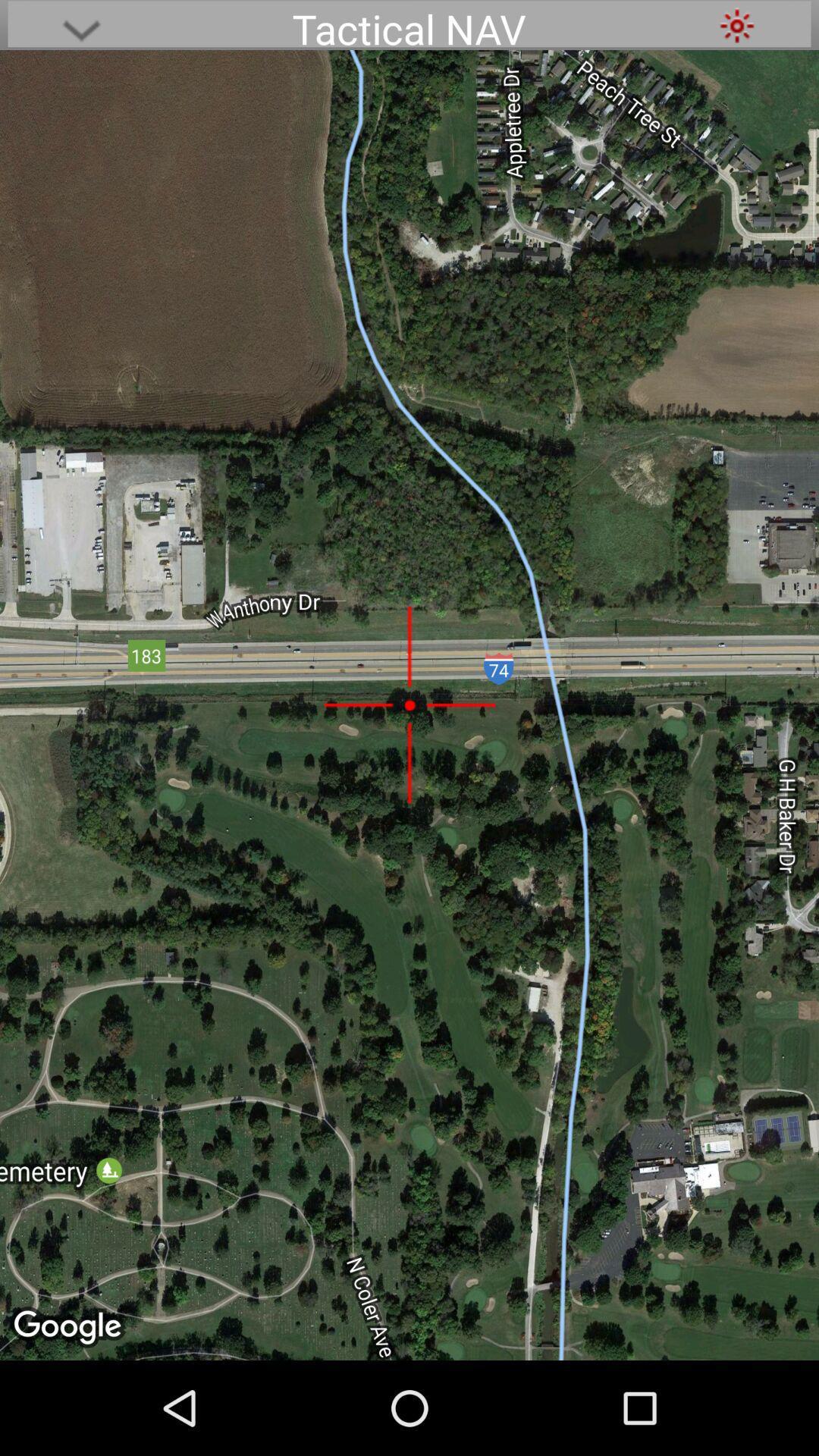 The height and width of the screenshot is (1456, 819). I want to click on item to the right of tactical nav item, so click(736, 25).